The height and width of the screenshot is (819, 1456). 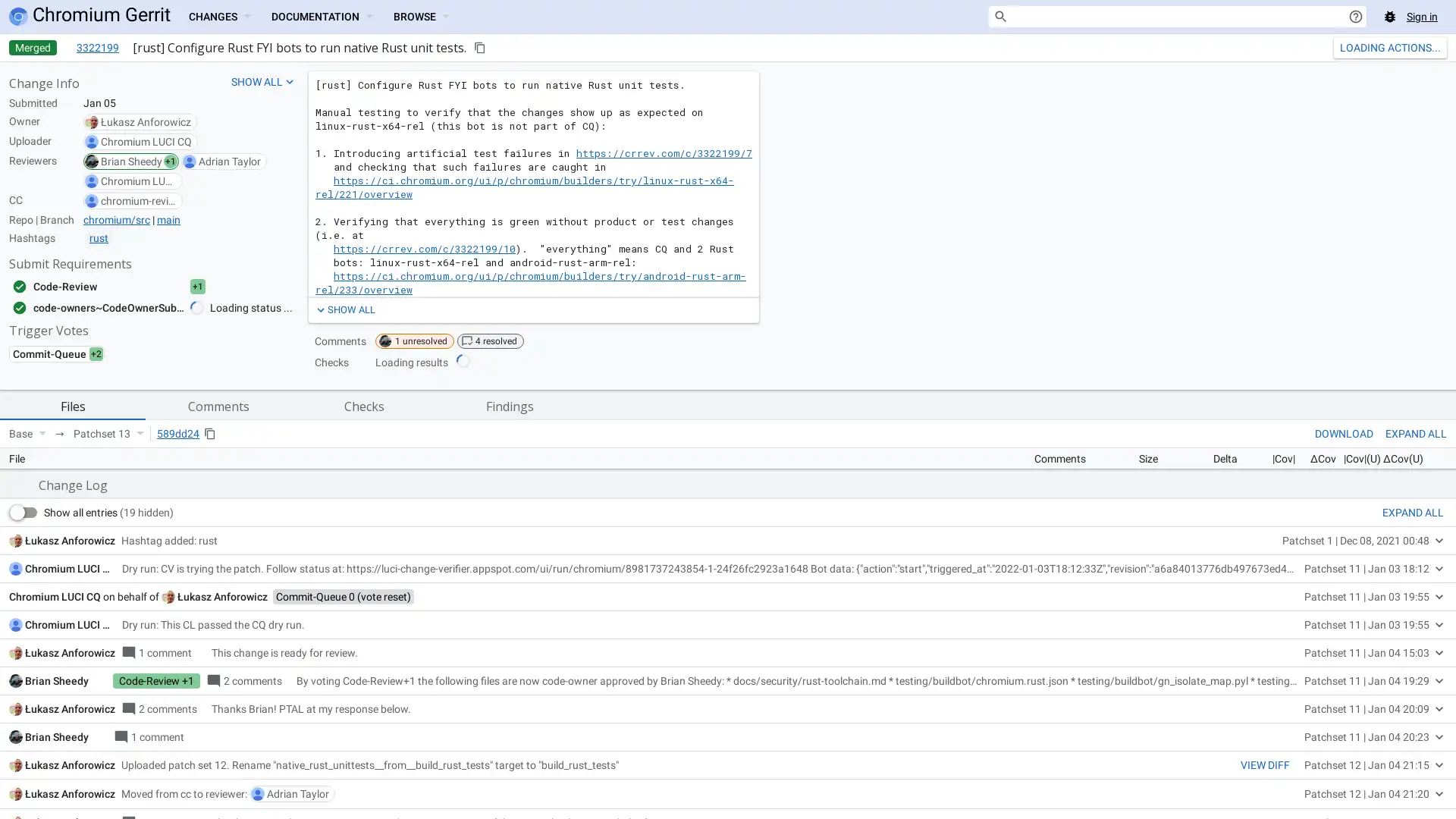 I want to click on File a bug, so click(x=1390, y=17).